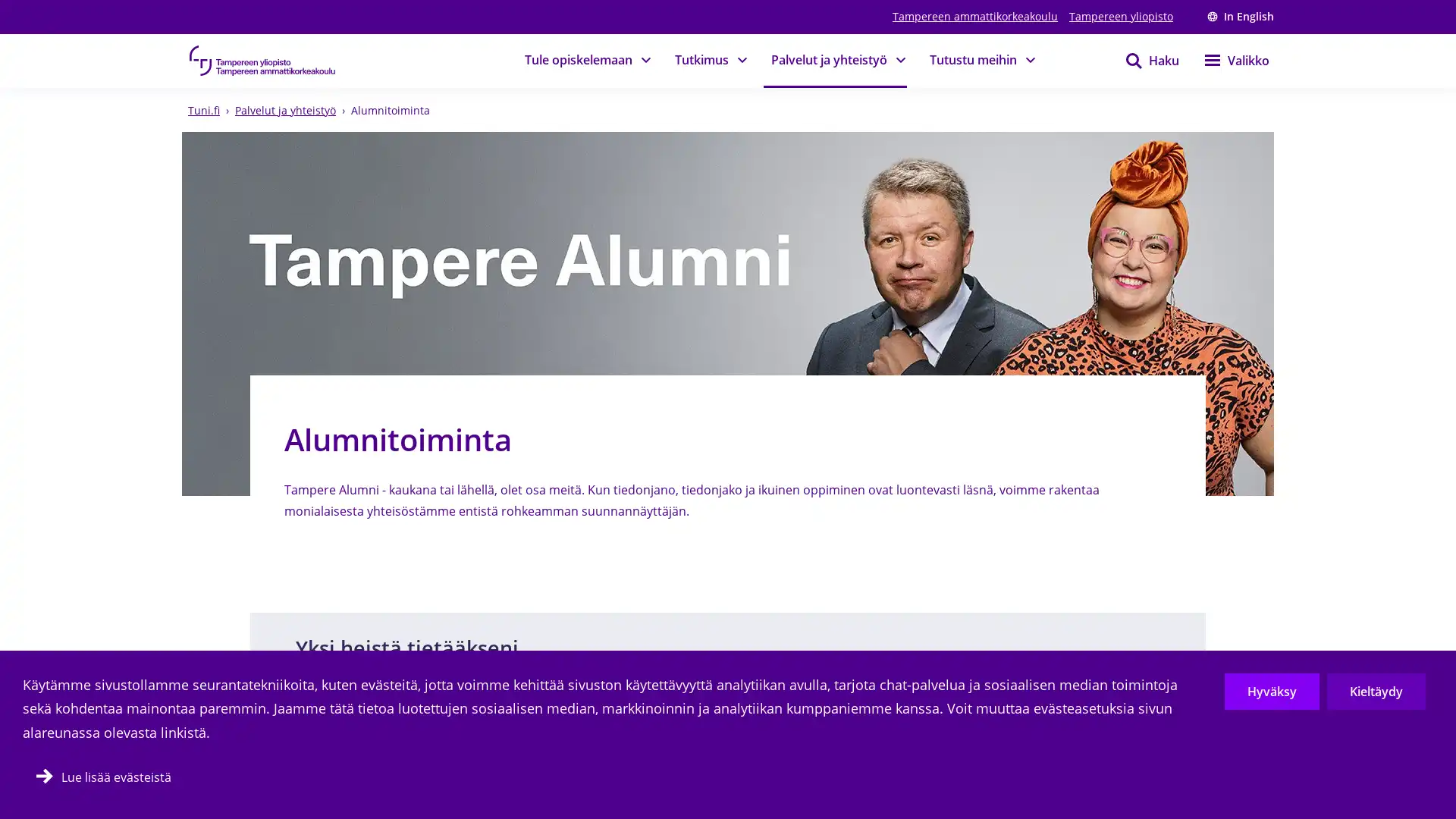 The image size is (1456, 819). Describe the element at coordinates (1151, 60) in the screenshot. I see `Haku` at that location.